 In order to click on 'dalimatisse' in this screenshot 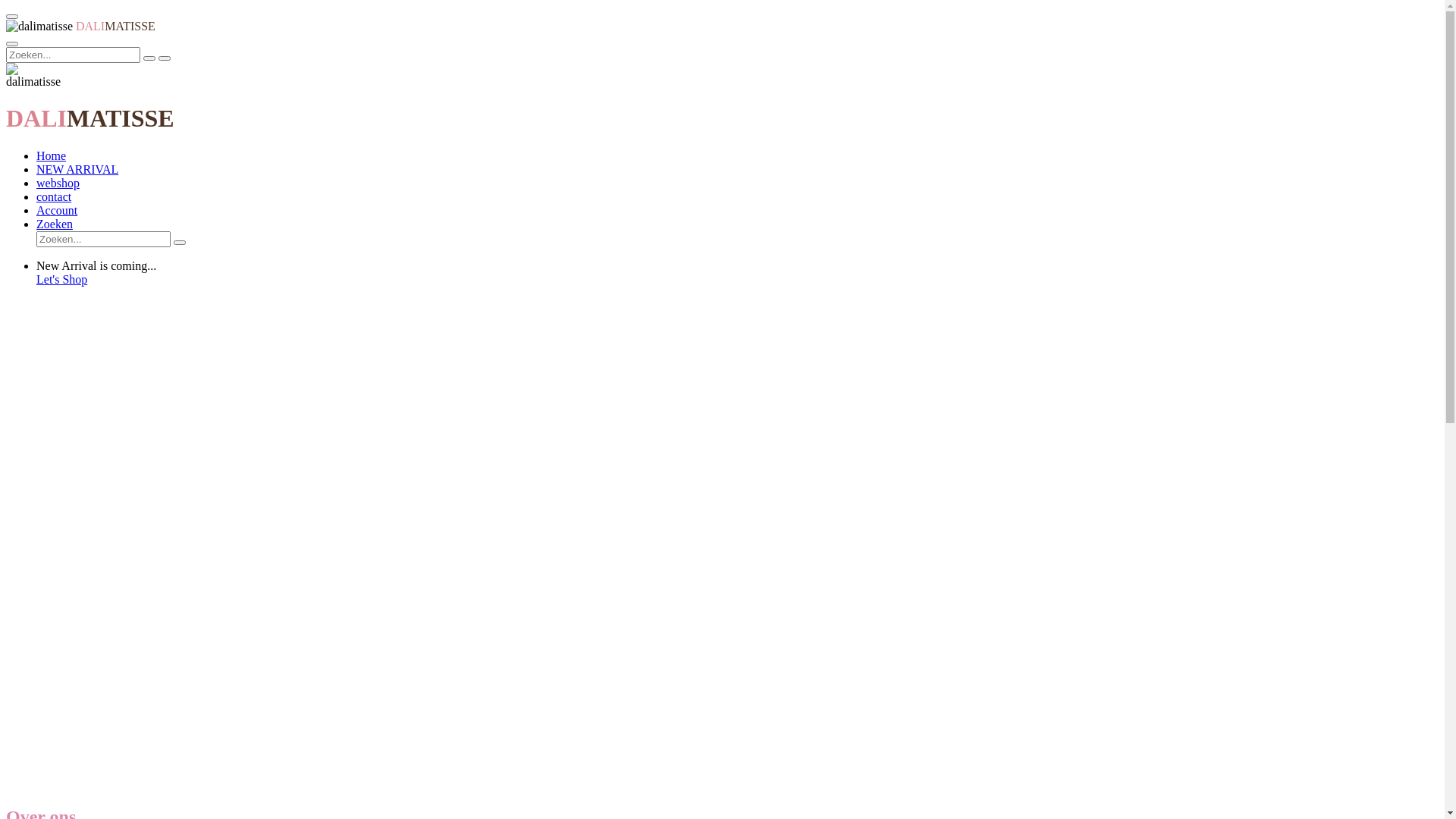, I will do `click(39, 26)`.